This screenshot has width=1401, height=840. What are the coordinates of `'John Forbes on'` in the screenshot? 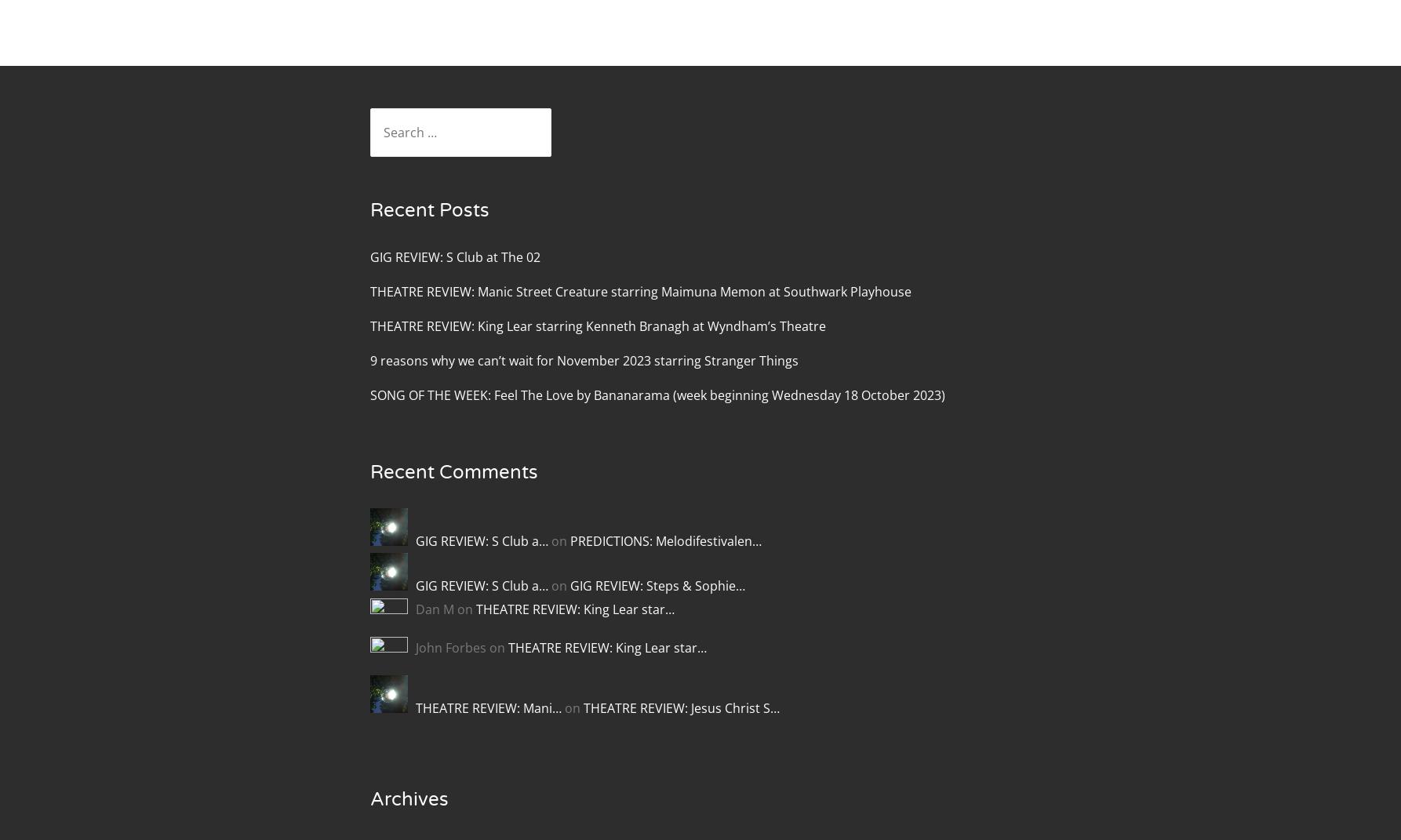 It's located at (460, 646).